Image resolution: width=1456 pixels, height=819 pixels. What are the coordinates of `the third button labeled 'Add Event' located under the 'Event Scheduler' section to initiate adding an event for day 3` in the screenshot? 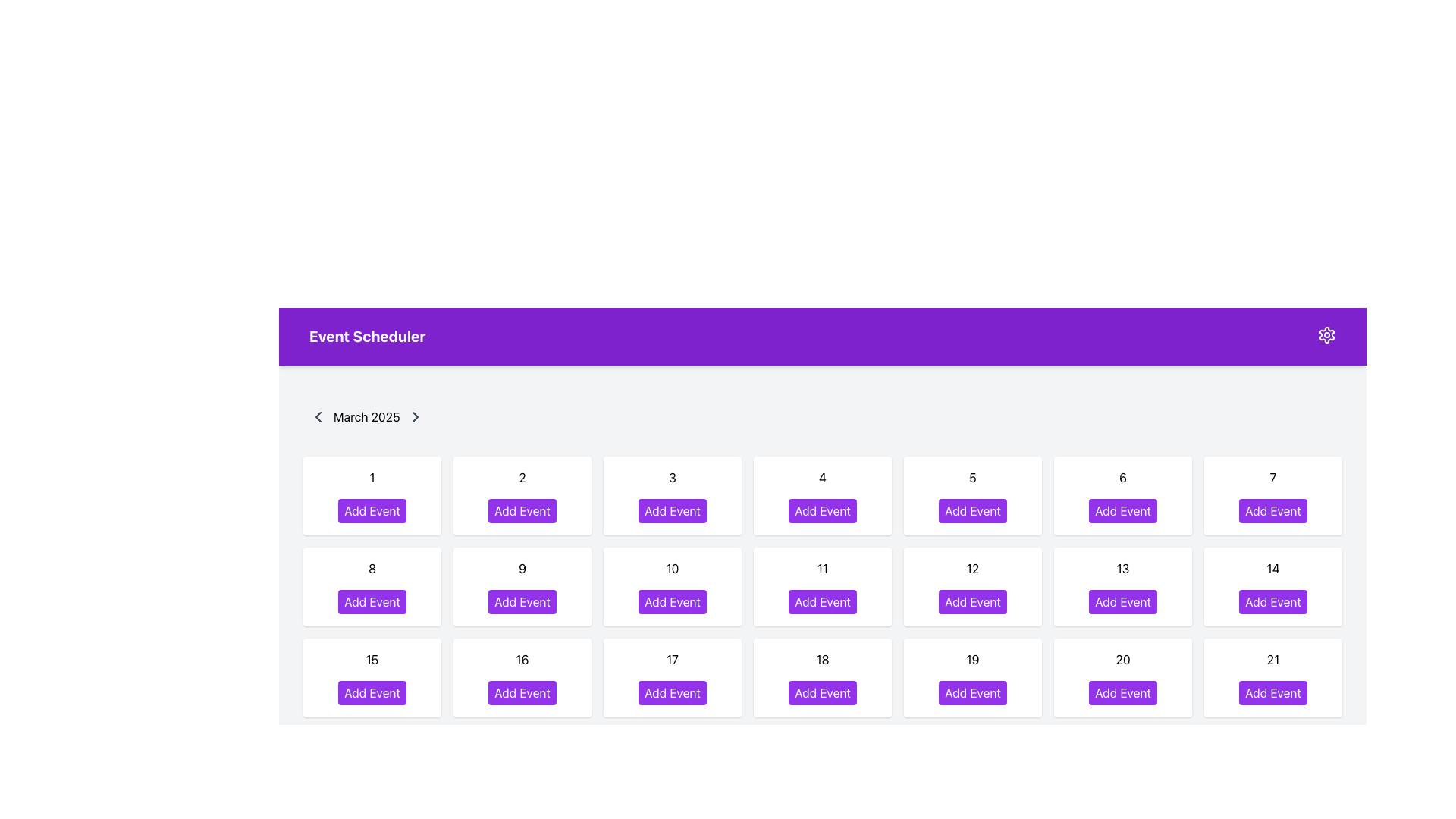 It's located at (672, 511).